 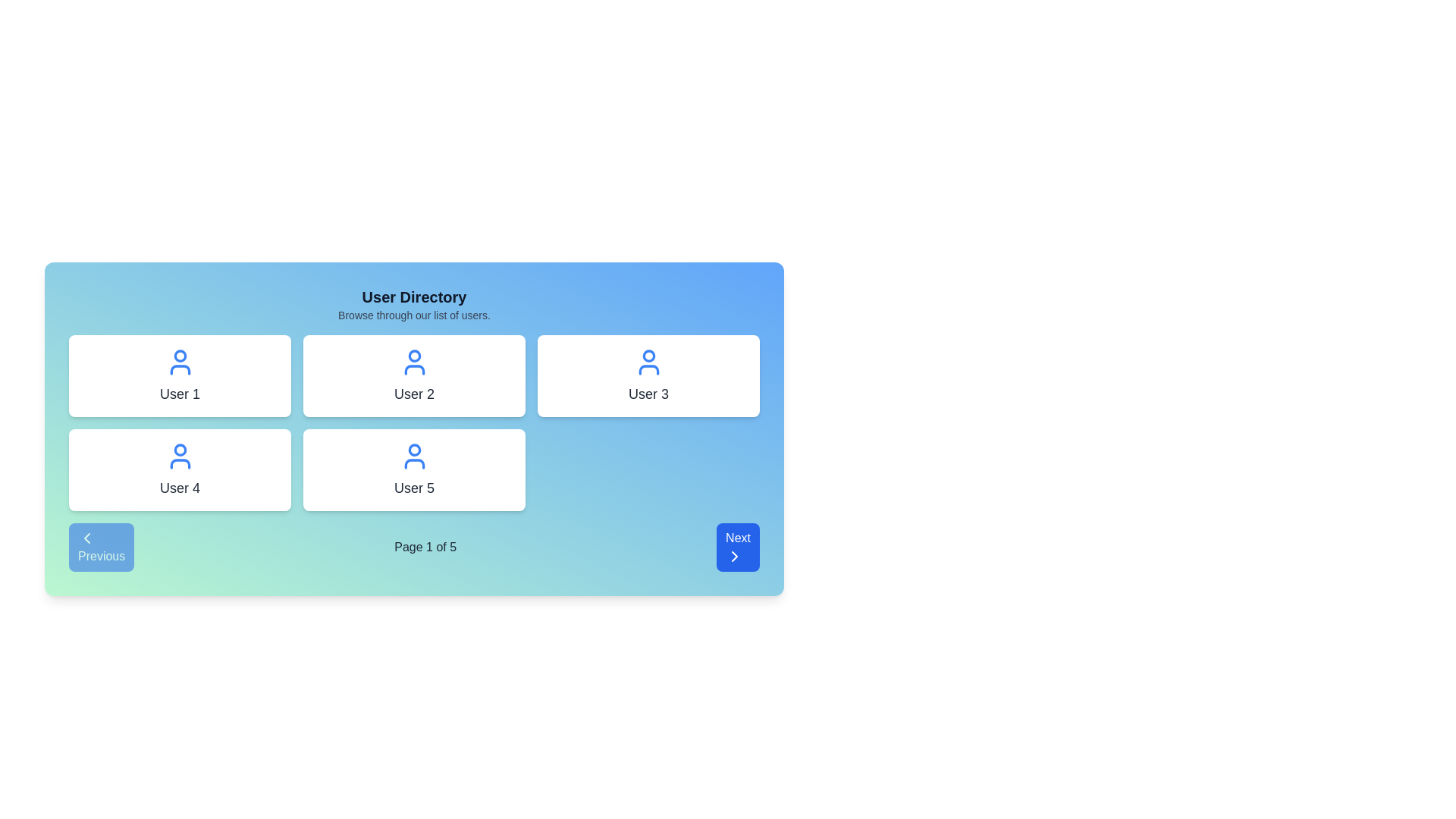 I want to click on the user icon representing 'User 2' located in the center column of the top row within the user cards grid, so click(x=414, y=362).